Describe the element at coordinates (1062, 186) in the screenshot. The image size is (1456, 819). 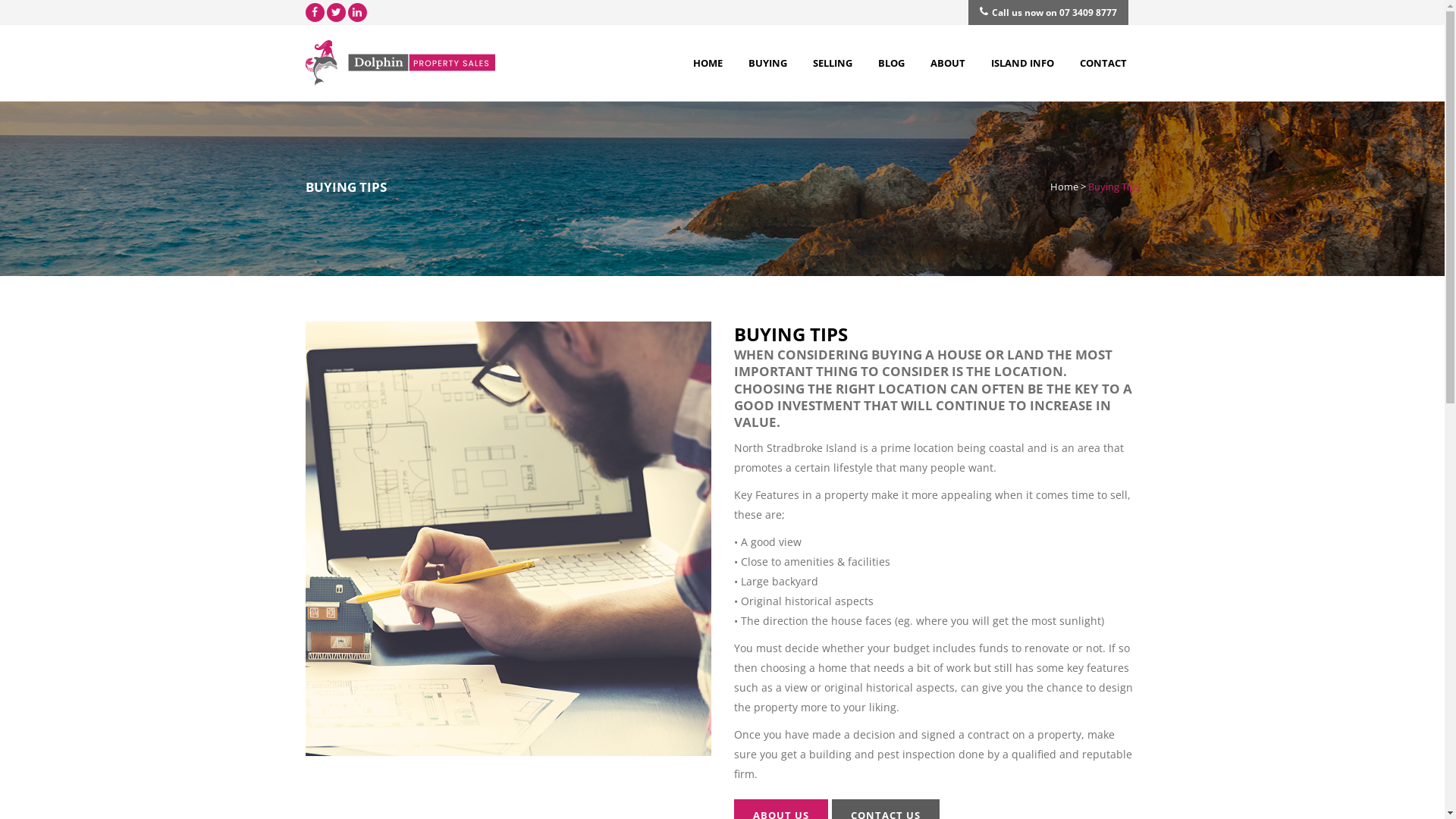
I see `'Home'` at that location.